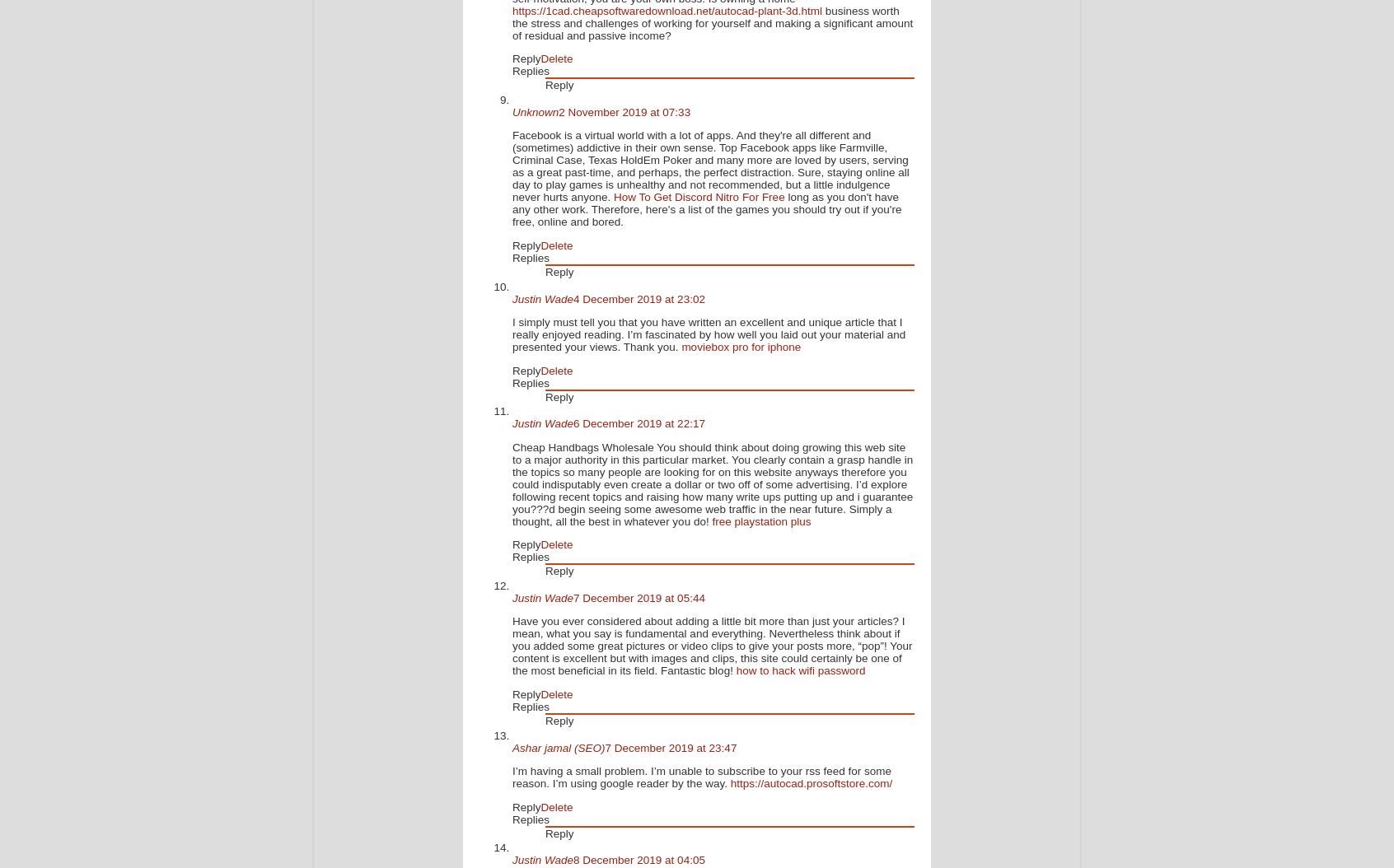 The width and height of the screenshot is (1394, 868). What do you see at coordinates (511, 10) in the screenshot?
I see `'https://1cad.cheapsoftwaredownload.net/autocad-plant-3d.html'` at bounding box center [511, 10].